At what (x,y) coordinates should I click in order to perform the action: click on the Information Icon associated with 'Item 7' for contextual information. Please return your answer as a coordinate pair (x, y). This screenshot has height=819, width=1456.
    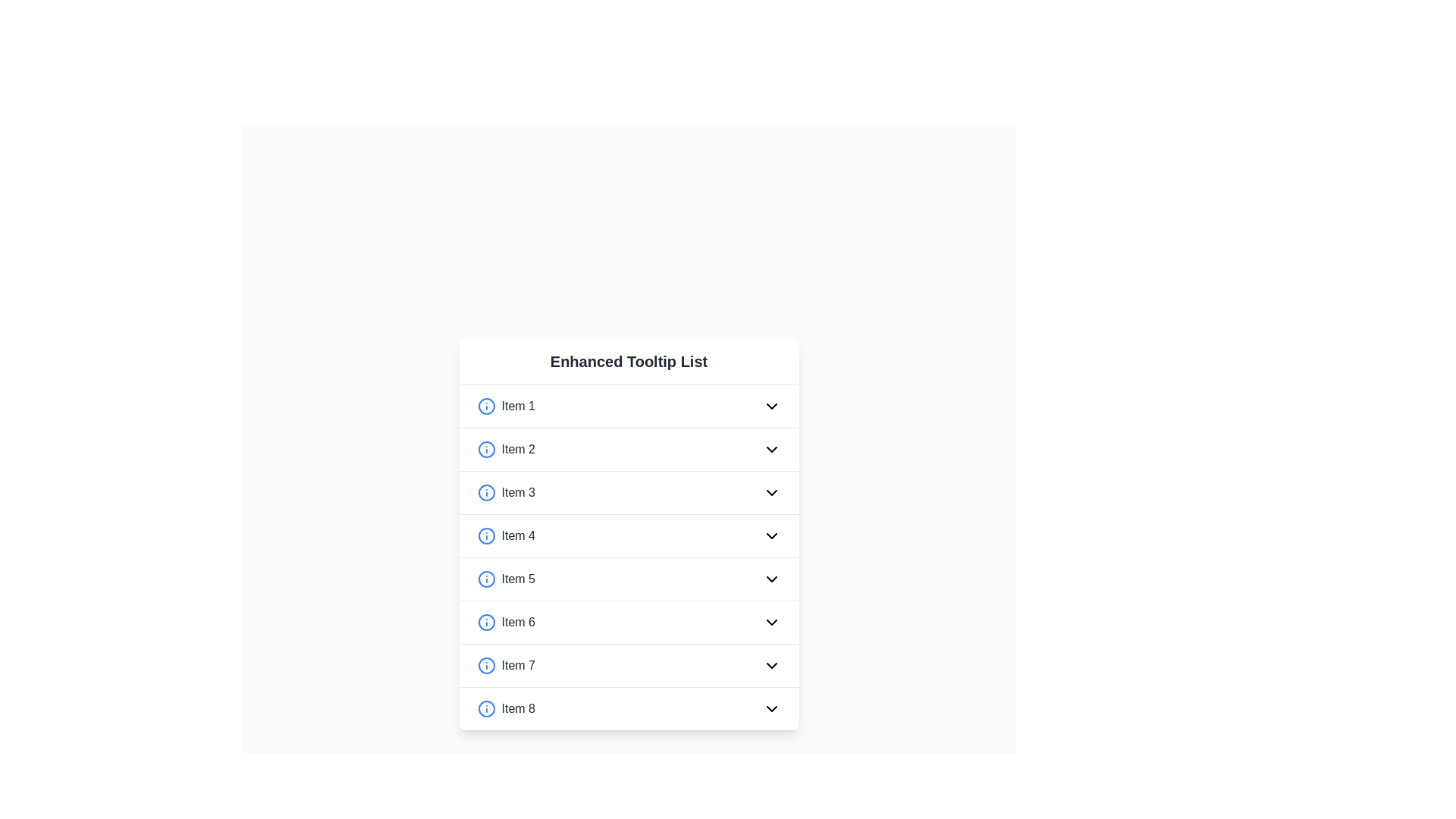
    Looking at the image, I should click on (486, 665).